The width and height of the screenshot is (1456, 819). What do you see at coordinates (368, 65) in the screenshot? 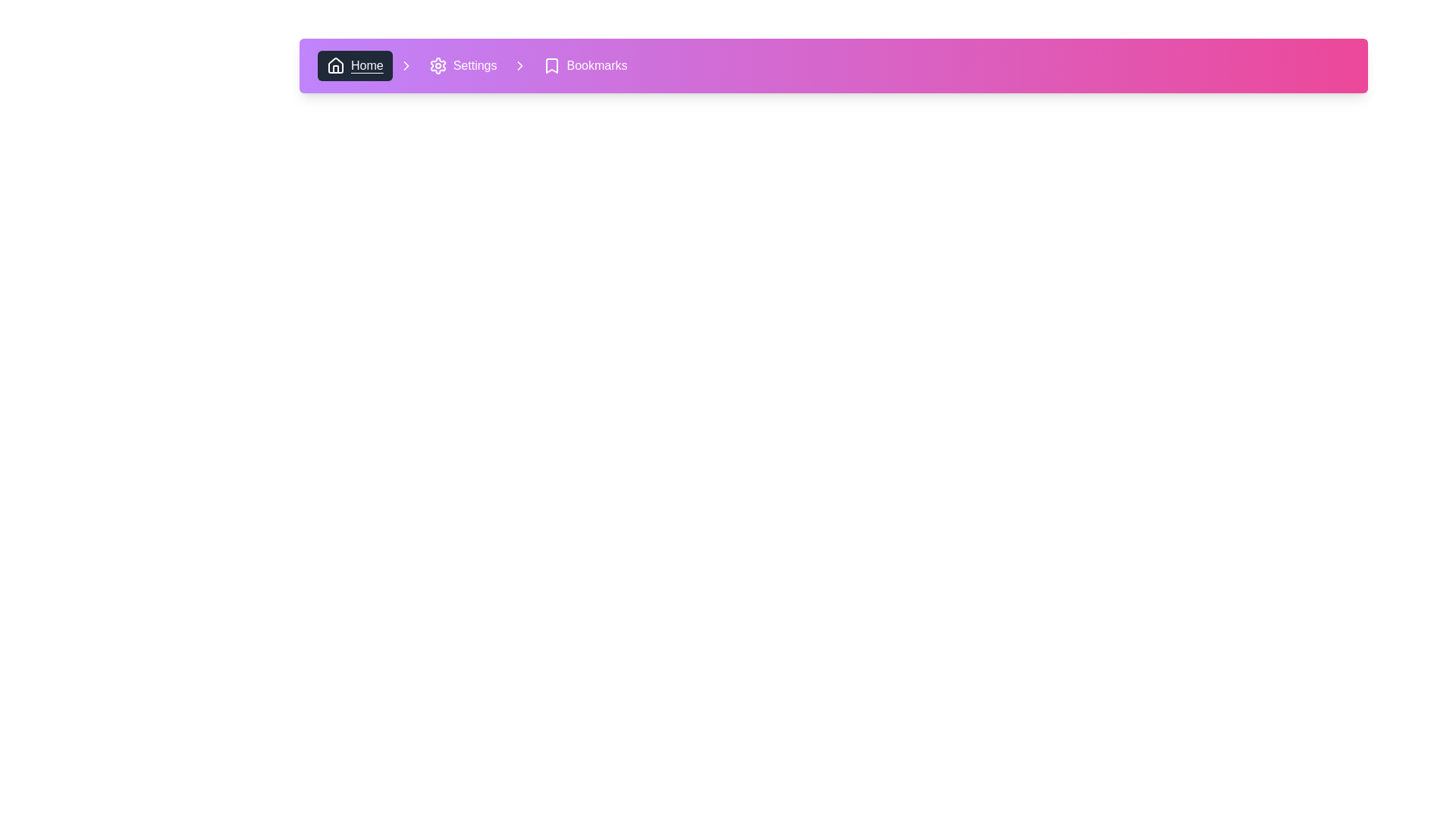
I see `the 'Home' button located on the far left of the navigation bar` at bounding box center [368, 65].